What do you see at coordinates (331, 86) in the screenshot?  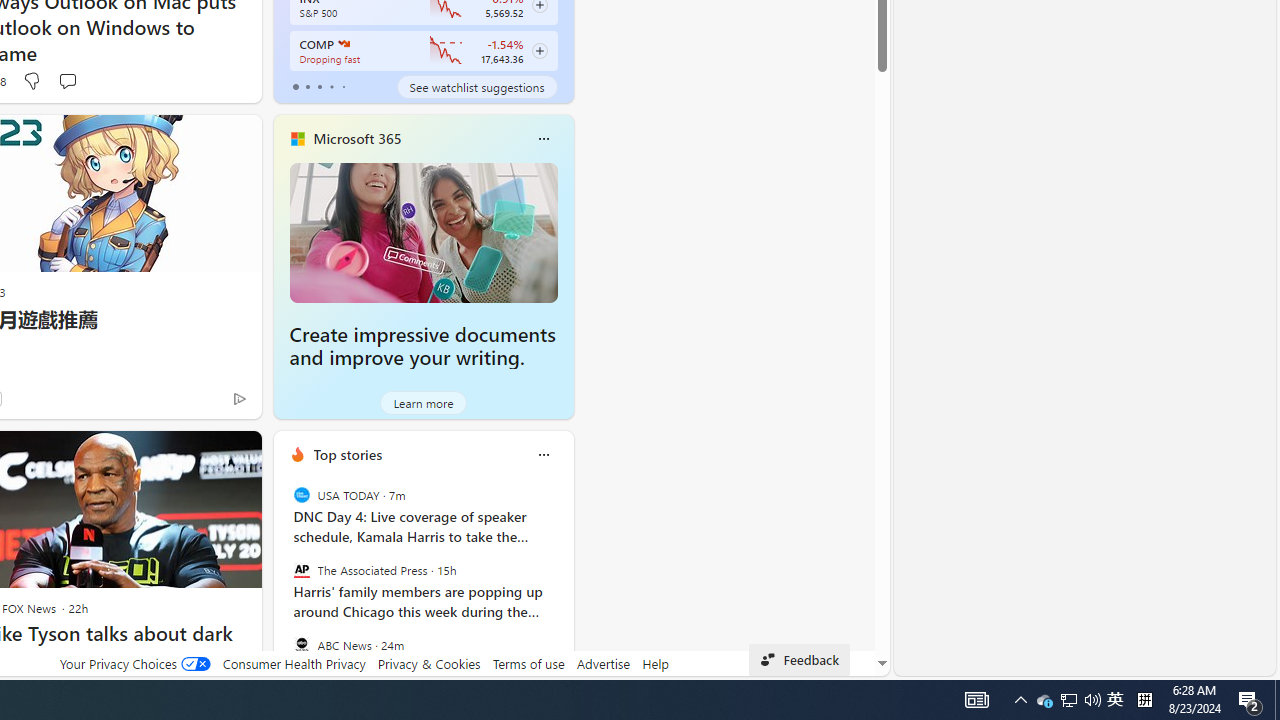 I see `'tab-3'` at bounding box center [331, 86].